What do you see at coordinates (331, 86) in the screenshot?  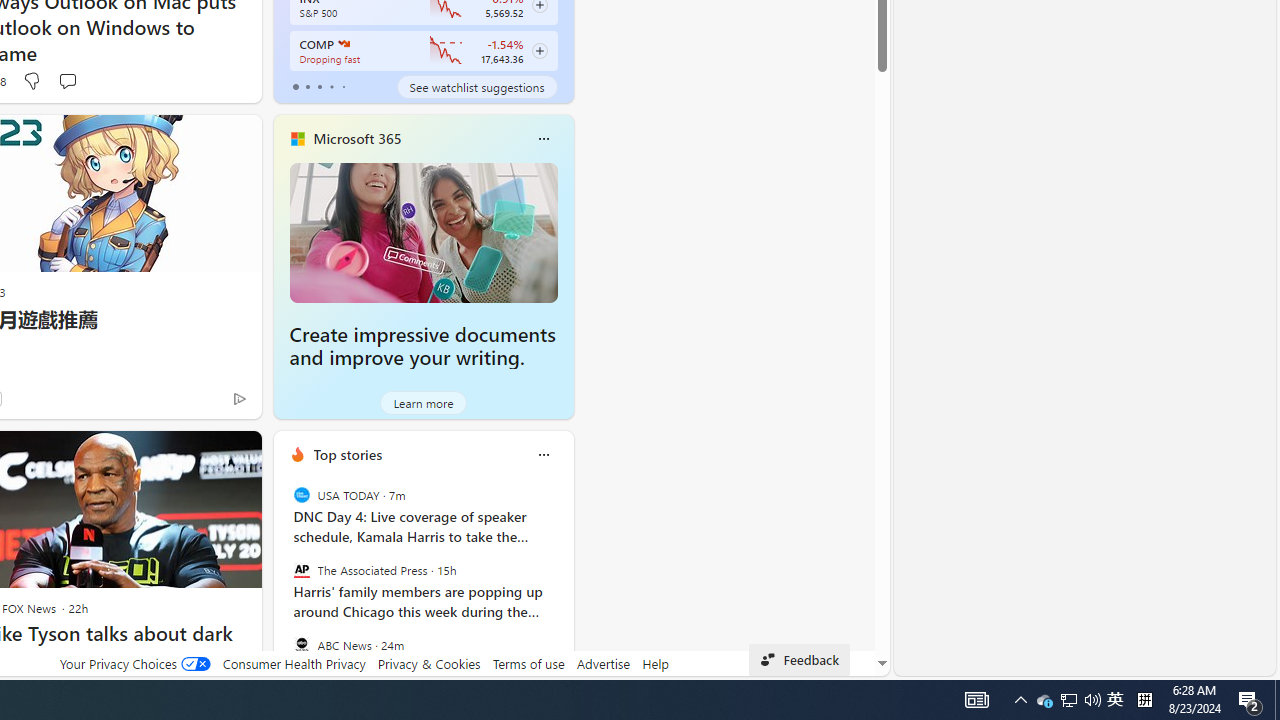 I see `'tab-3'` at bounding box center [331, 86].